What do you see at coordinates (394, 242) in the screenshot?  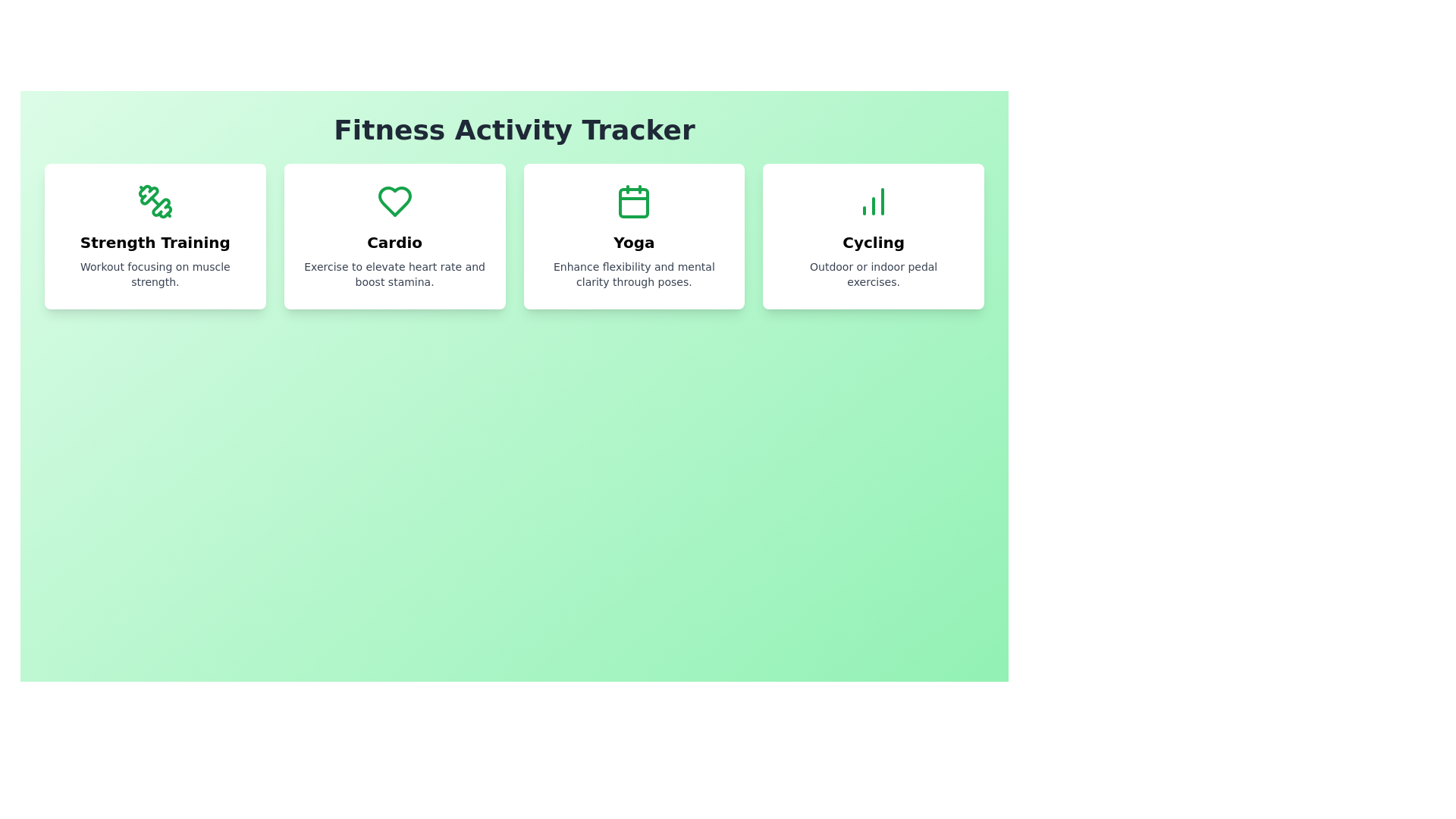 I see `the 'Cardio' section title label, which is the second title in a horizontal layout of four cards, located at the center of a white card between the 'Strength Training' and 'Yoga' cards` at bounding box center [394, 242].